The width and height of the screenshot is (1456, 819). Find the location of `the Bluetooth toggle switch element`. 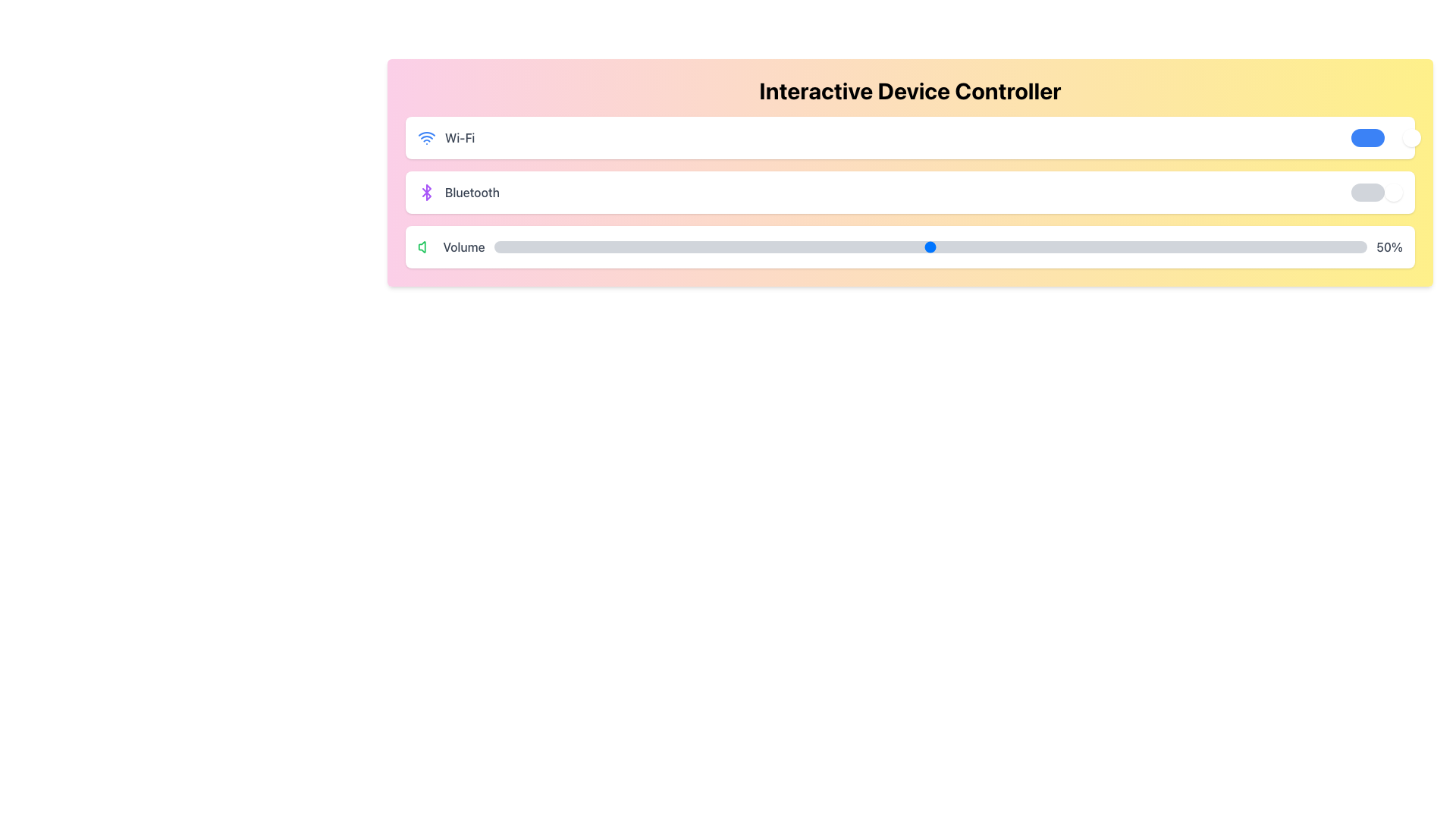

the Bluetooth toggle switch element is located at coordinates (1376, 192).